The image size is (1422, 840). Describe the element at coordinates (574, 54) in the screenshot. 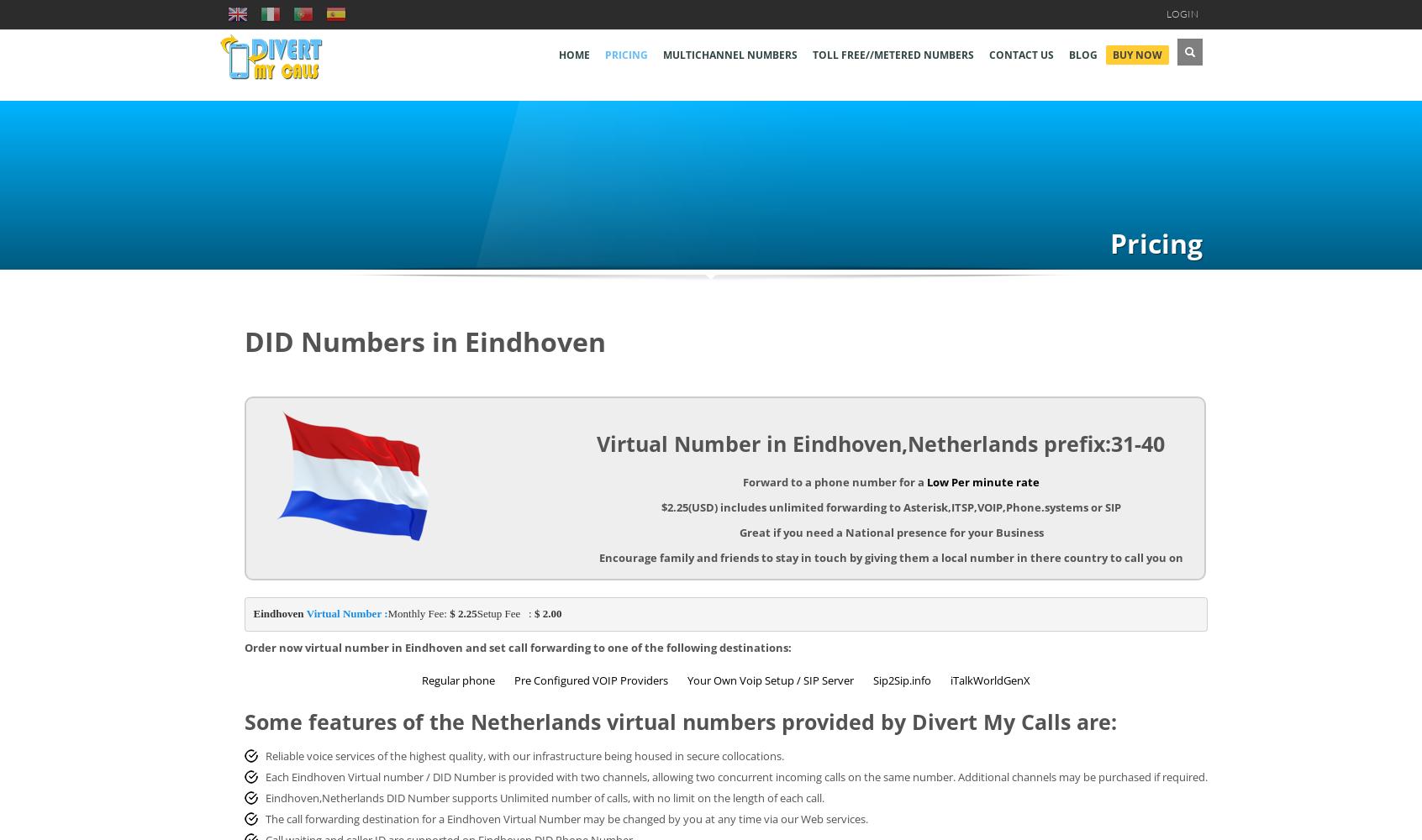

I see `'Home'` at that location.